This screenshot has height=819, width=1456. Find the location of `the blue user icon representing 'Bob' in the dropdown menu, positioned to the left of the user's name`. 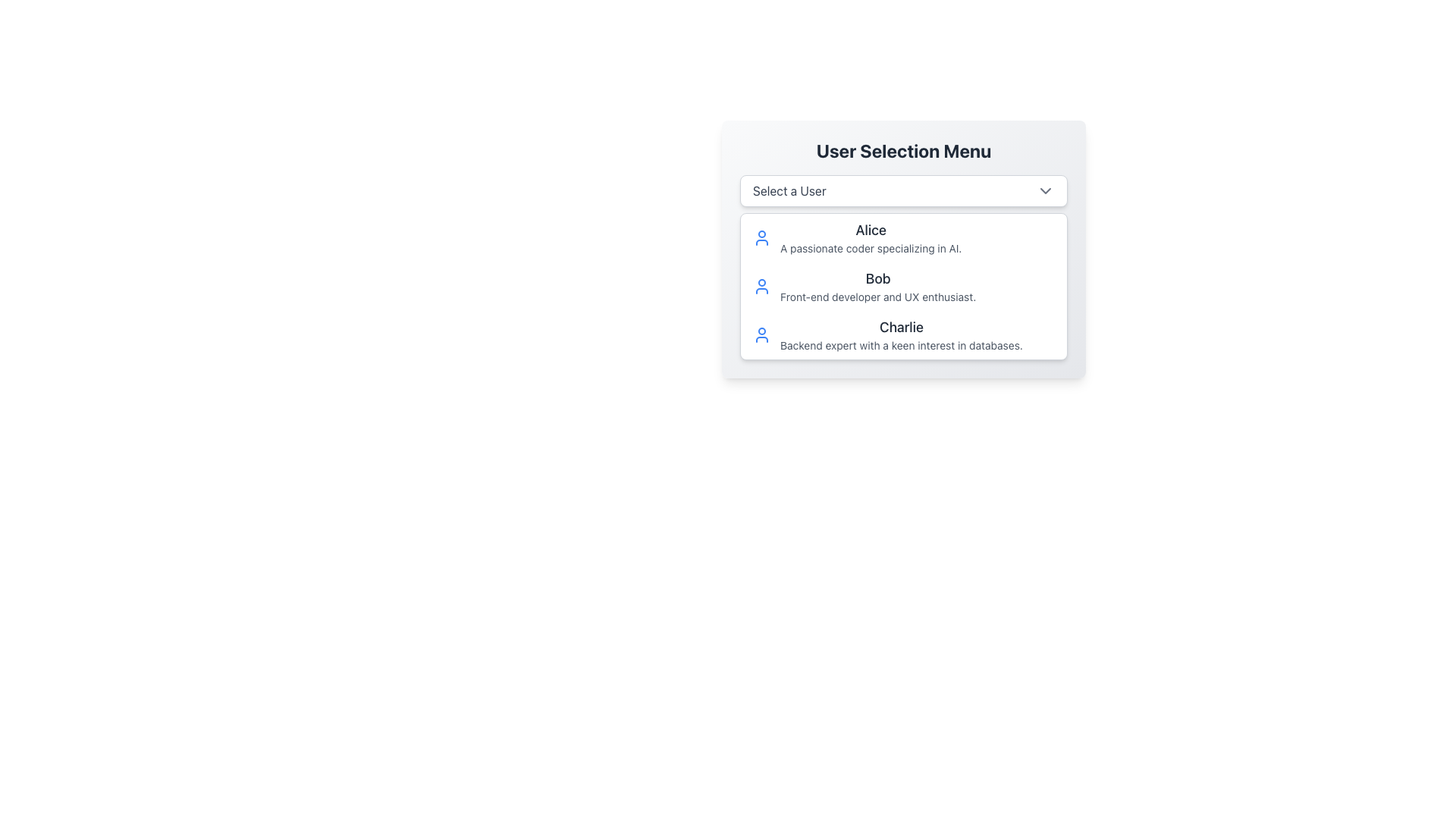

the blue user icon representing 'Bob' in the dropdown menu, positioned to the left of the user's name is located at coordinates (761, 287).